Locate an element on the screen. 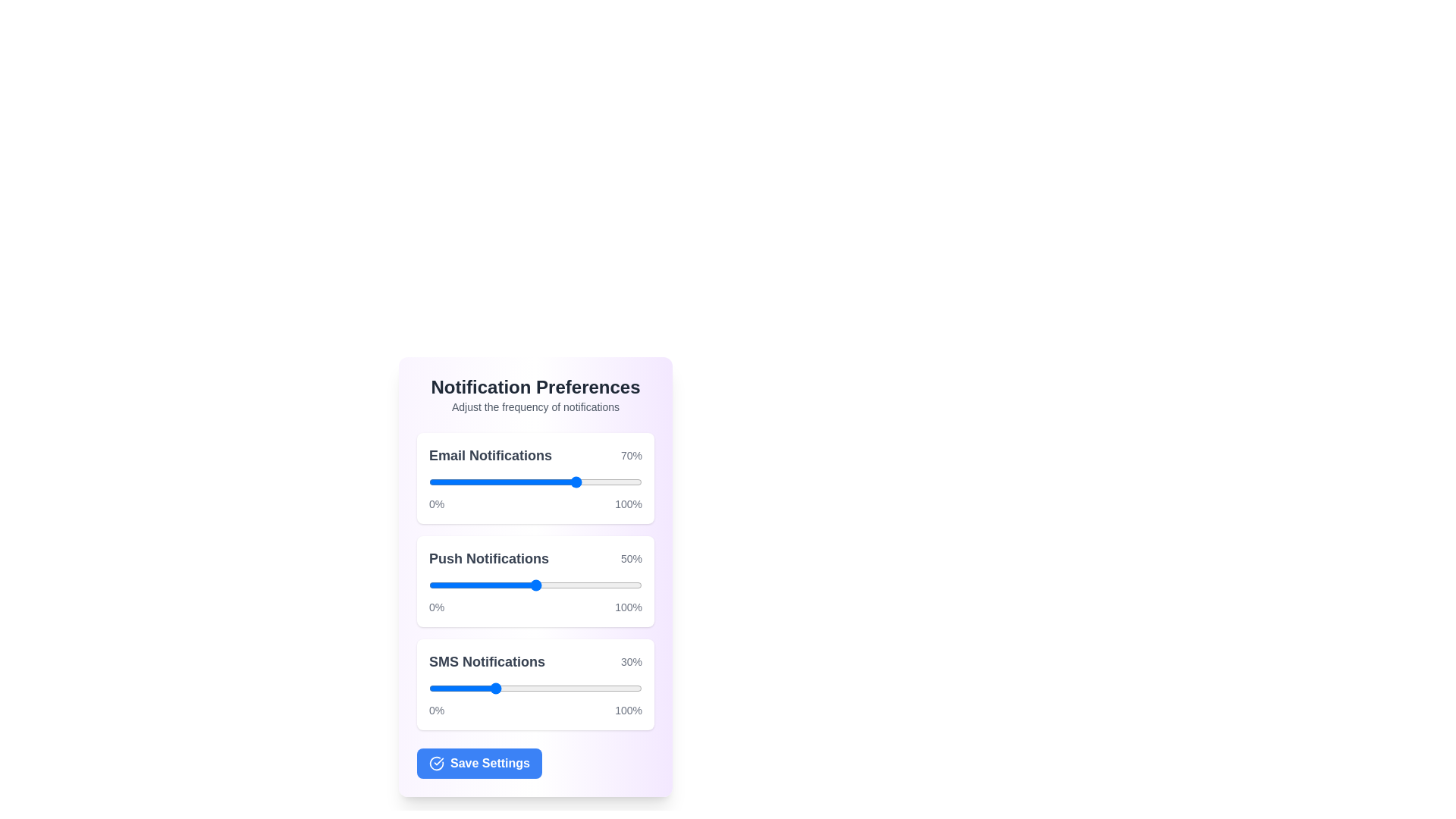 This screenshot has height=819, width=1456. the Text Label indicating notification preferences is located at coordinates (535, 386).